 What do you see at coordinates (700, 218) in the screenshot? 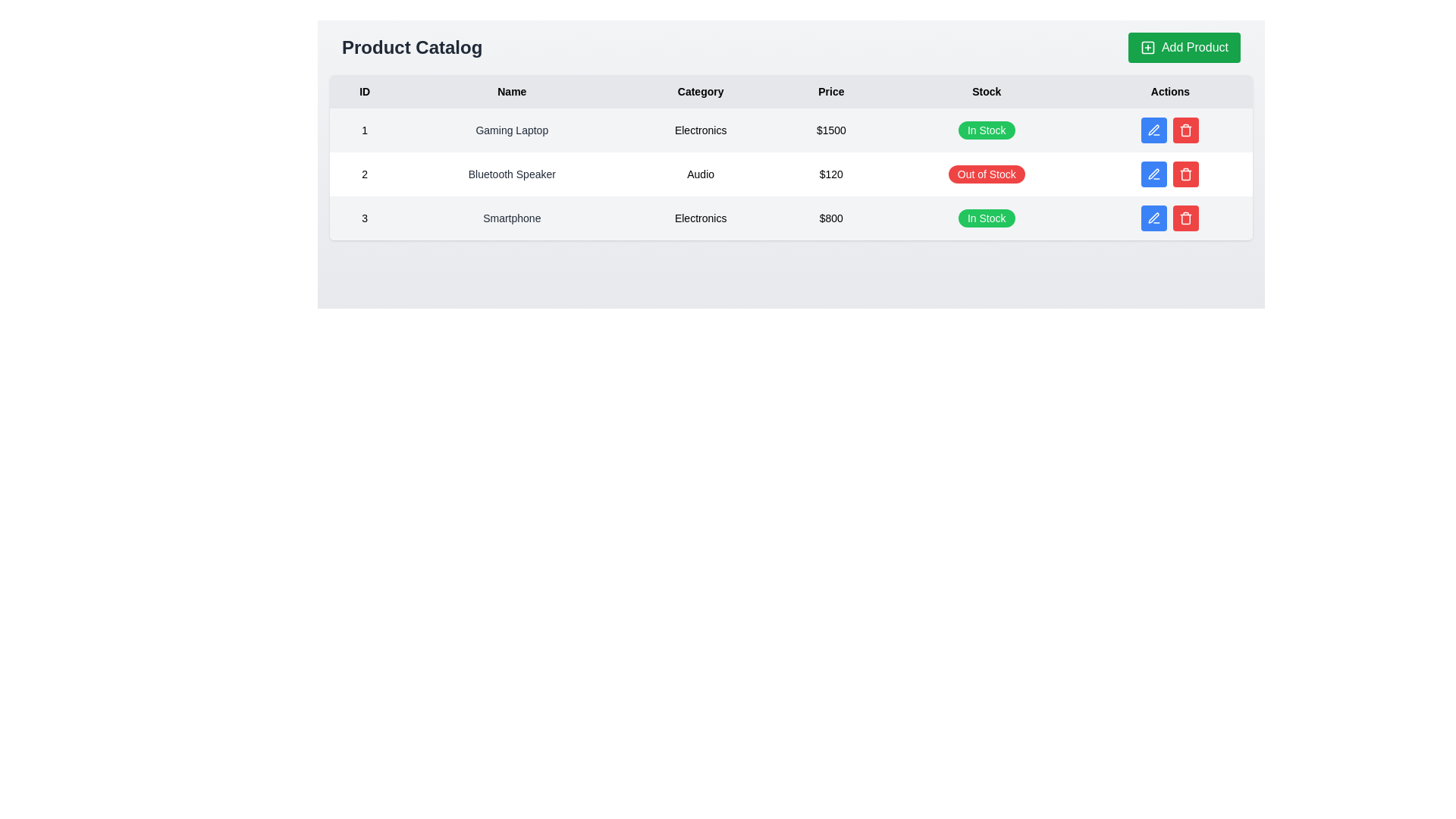
I see `the 'Electronics' text label located in the third row of the table within the 'Category' column to associate it with its corresponding row` at bounding box center [700, 218].